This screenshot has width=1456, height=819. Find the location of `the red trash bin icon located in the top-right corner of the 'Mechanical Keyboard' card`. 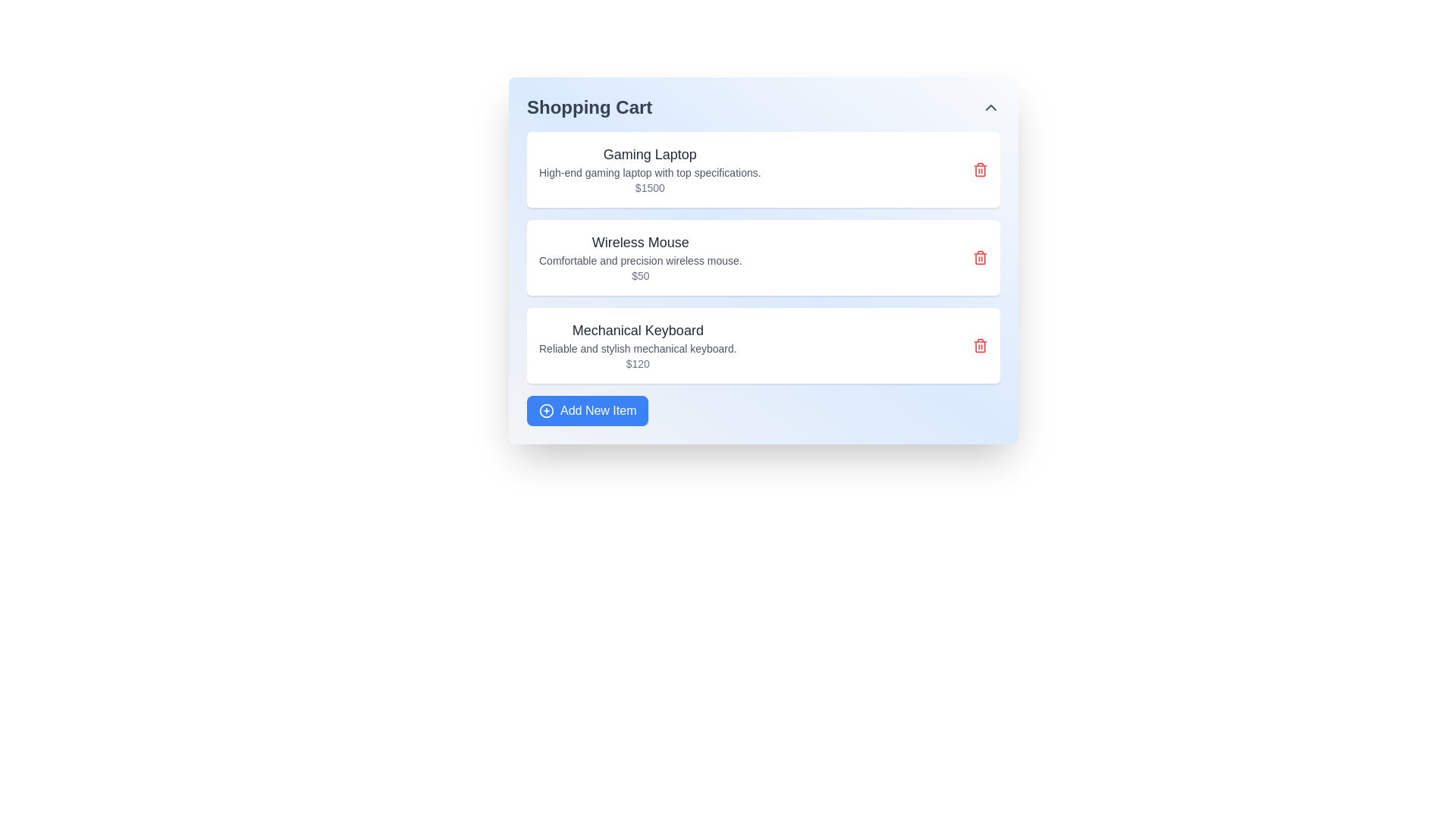

the red trash bin icon located in the top-right corner of the 'Mechanical Keyboard' card is located at coordinates (980, 345).